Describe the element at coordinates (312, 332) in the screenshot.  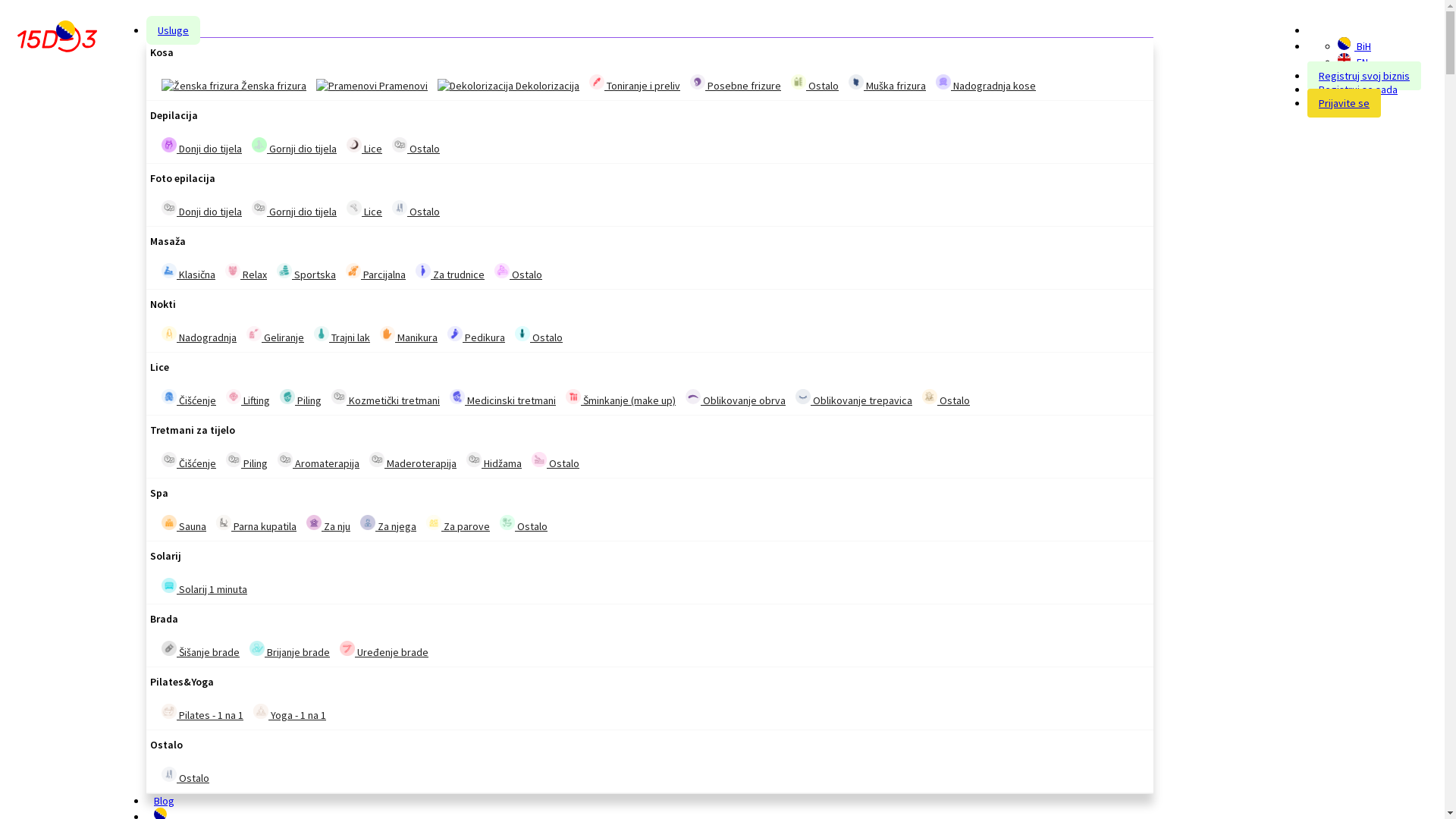
I see `'Trajni lak'` at that location.